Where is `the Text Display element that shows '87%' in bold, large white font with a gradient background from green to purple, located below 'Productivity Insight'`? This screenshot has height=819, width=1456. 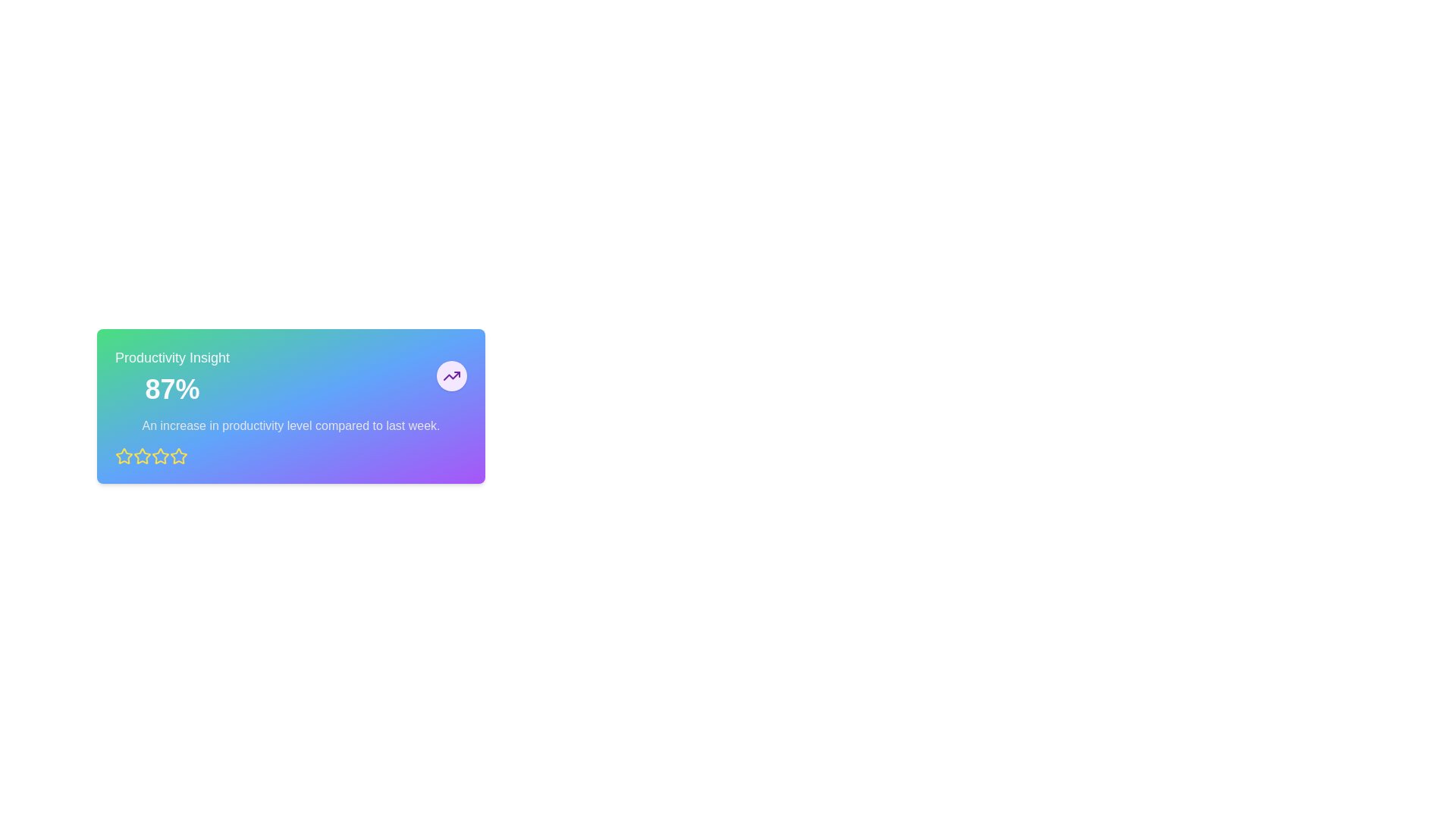
the Text Display element that shows '87%' in bold, large white font with a gradient background from green to purple, located below 'Productivity Insight' is located at coordinates (172, 388).